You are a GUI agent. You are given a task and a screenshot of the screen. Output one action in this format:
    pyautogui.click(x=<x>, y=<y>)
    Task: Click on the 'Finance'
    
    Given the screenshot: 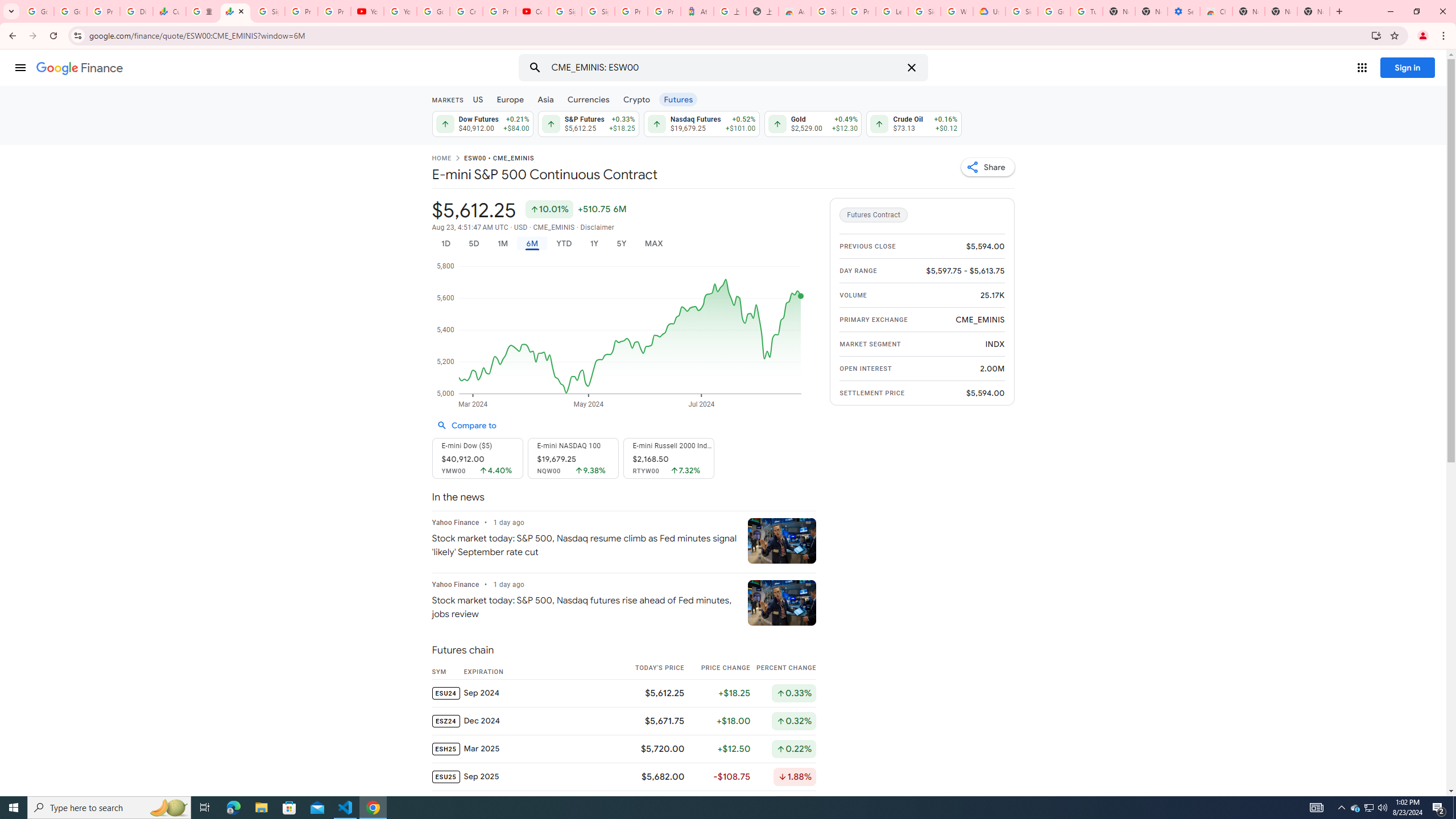 What is the action you would take?
    pyautogui.click(x=79, y=68)
    